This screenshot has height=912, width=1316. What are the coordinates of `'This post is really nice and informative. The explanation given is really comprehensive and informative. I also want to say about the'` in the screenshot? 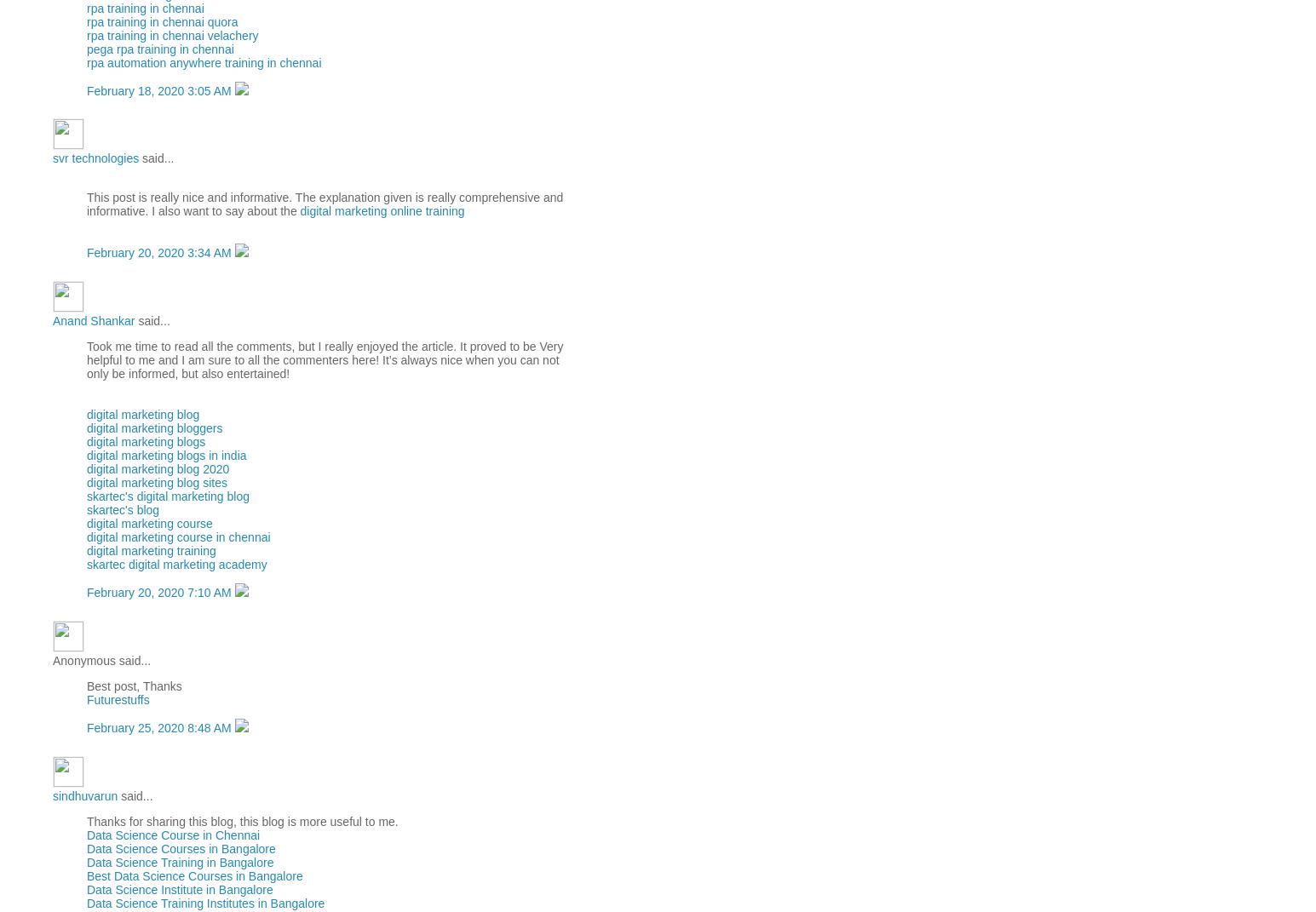 It's located at (324, 204).